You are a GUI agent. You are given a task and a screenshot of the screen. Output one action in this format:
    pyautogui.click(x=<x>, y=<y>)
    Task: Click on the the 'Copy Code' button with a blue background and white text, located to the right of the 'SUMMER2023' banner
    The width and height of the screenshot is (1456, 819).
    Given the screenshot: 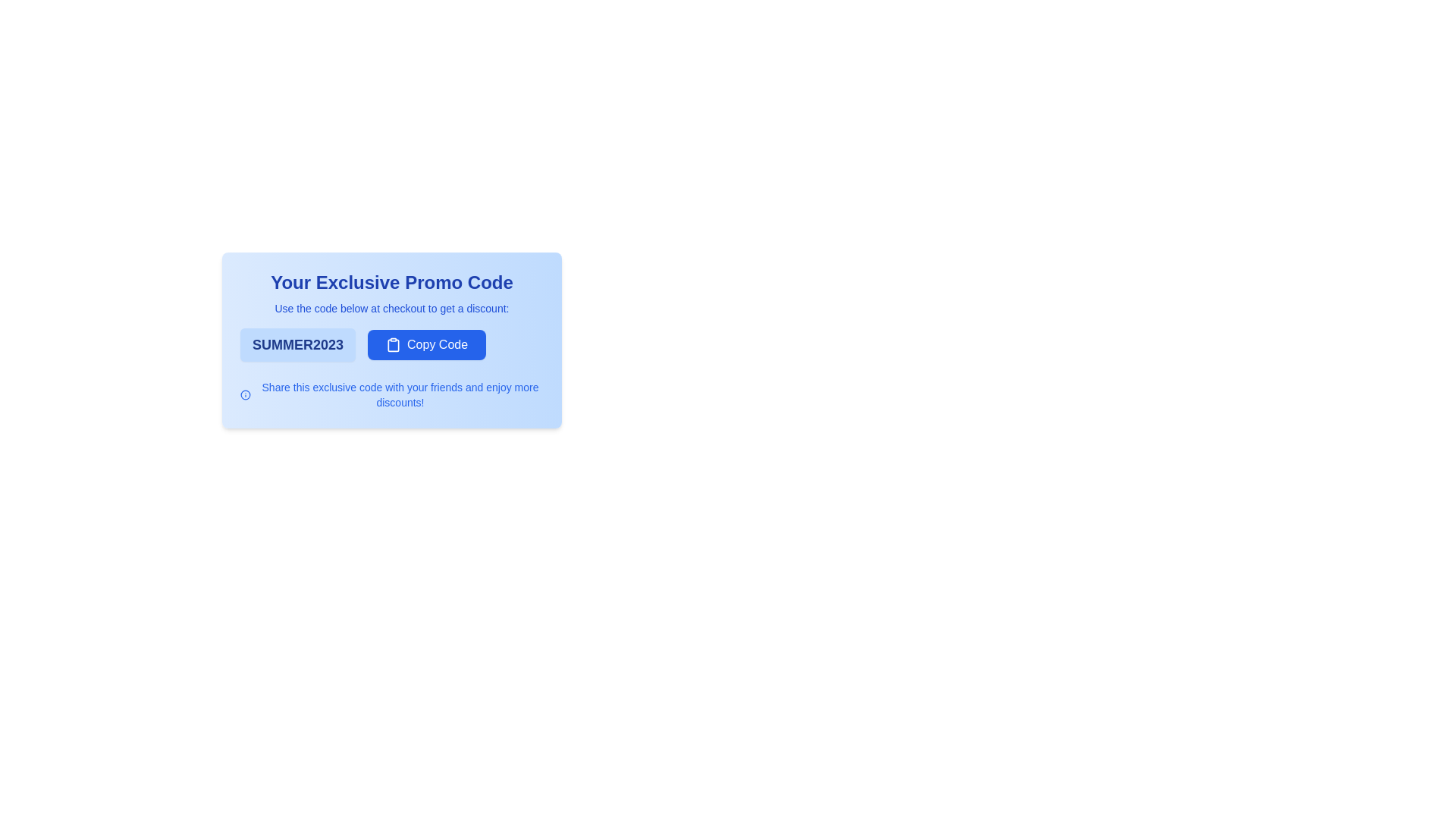 What is the action you would take?
    pyautogui.click(x=392, y=345)
    